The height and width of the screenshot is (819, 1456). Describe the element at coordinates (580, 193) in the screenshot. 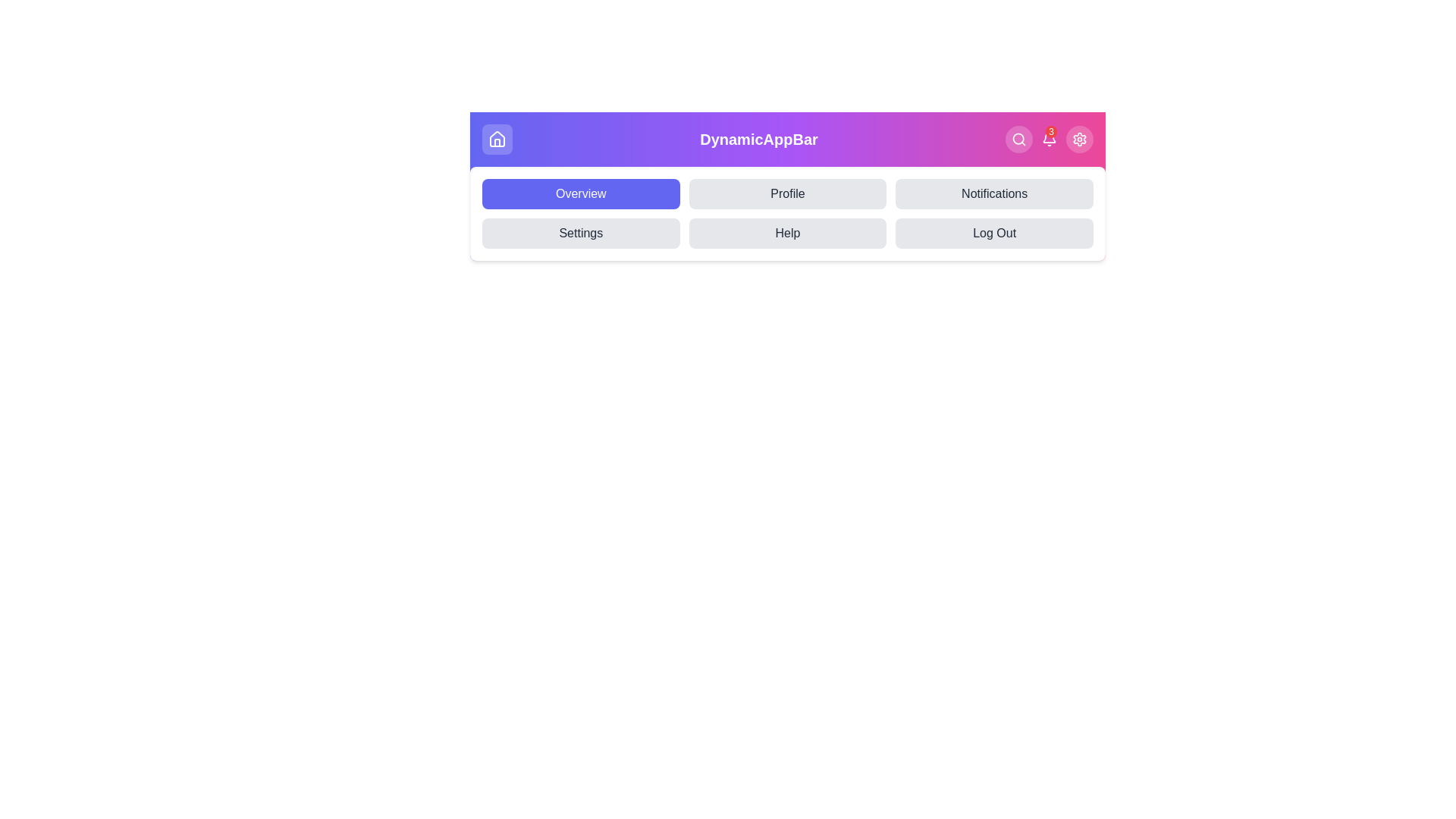

I see `the Overview tab in the navigation menu` at that location.